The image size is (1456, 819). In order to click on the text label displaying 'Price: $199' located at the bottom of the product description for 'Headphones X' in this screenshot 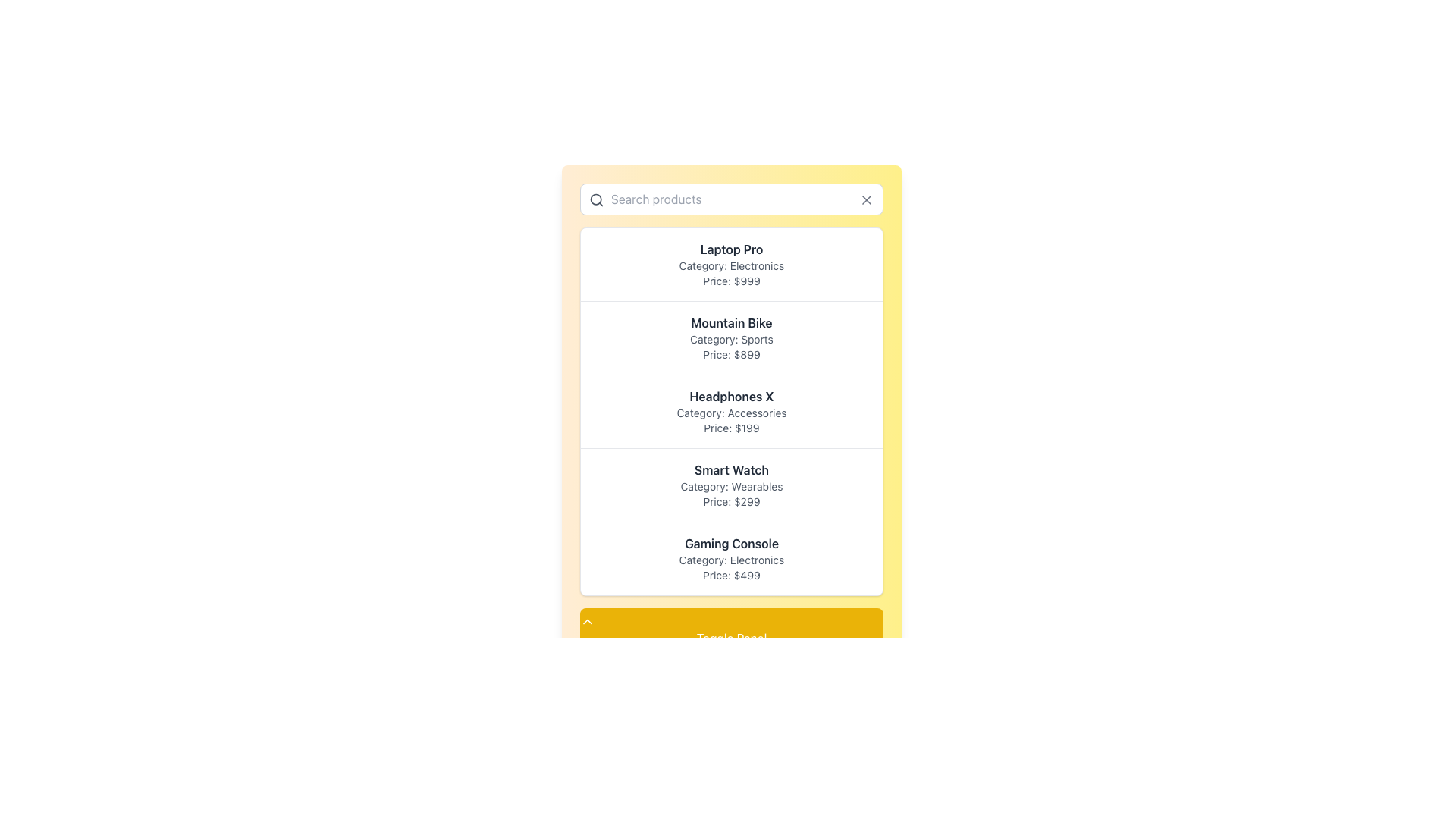, I will do `click(731, 428)`.